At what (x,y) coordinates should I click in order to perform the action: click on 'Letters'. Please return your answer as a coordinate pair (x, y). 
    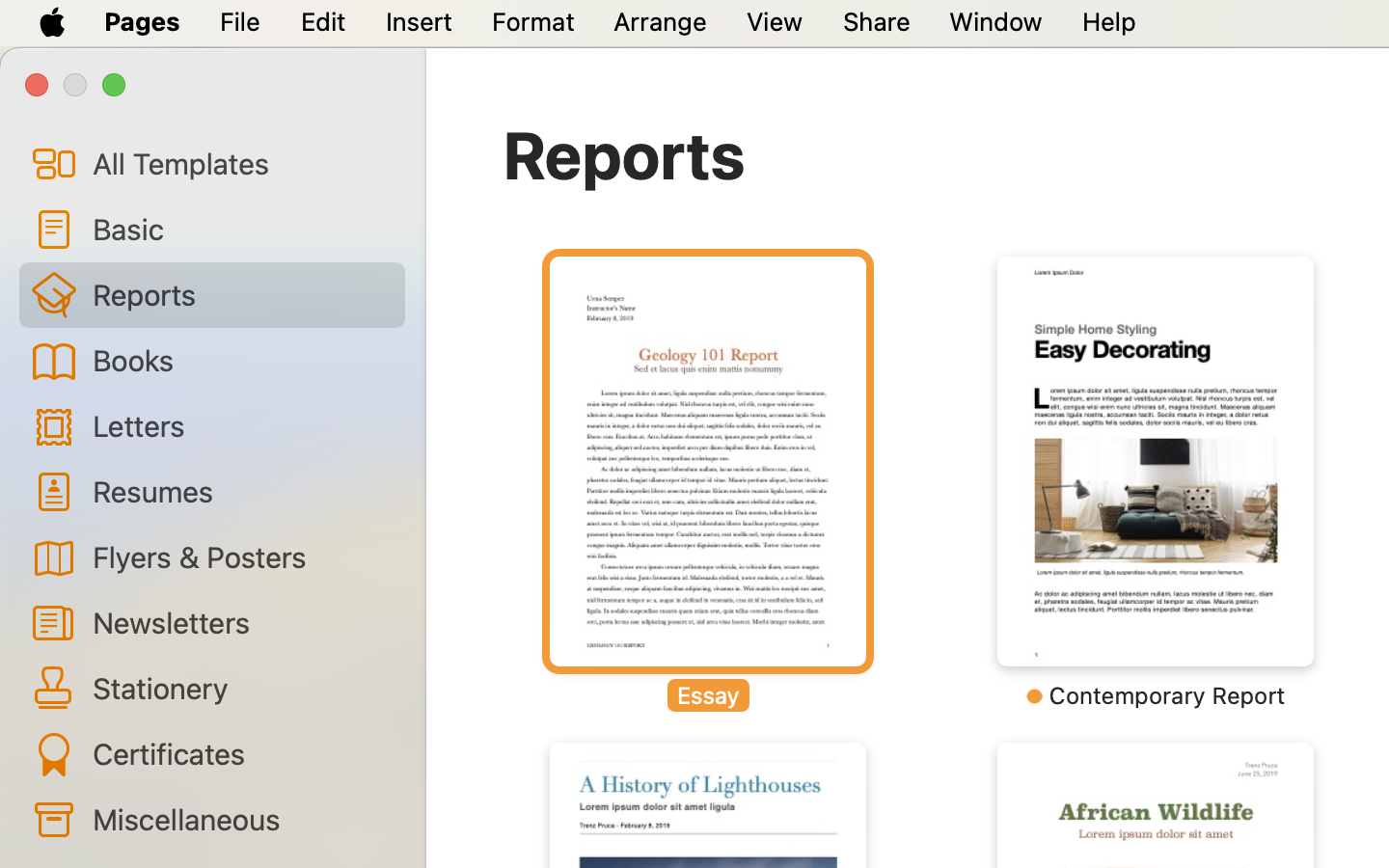
    Looking at the image, I should click on (239, 425).